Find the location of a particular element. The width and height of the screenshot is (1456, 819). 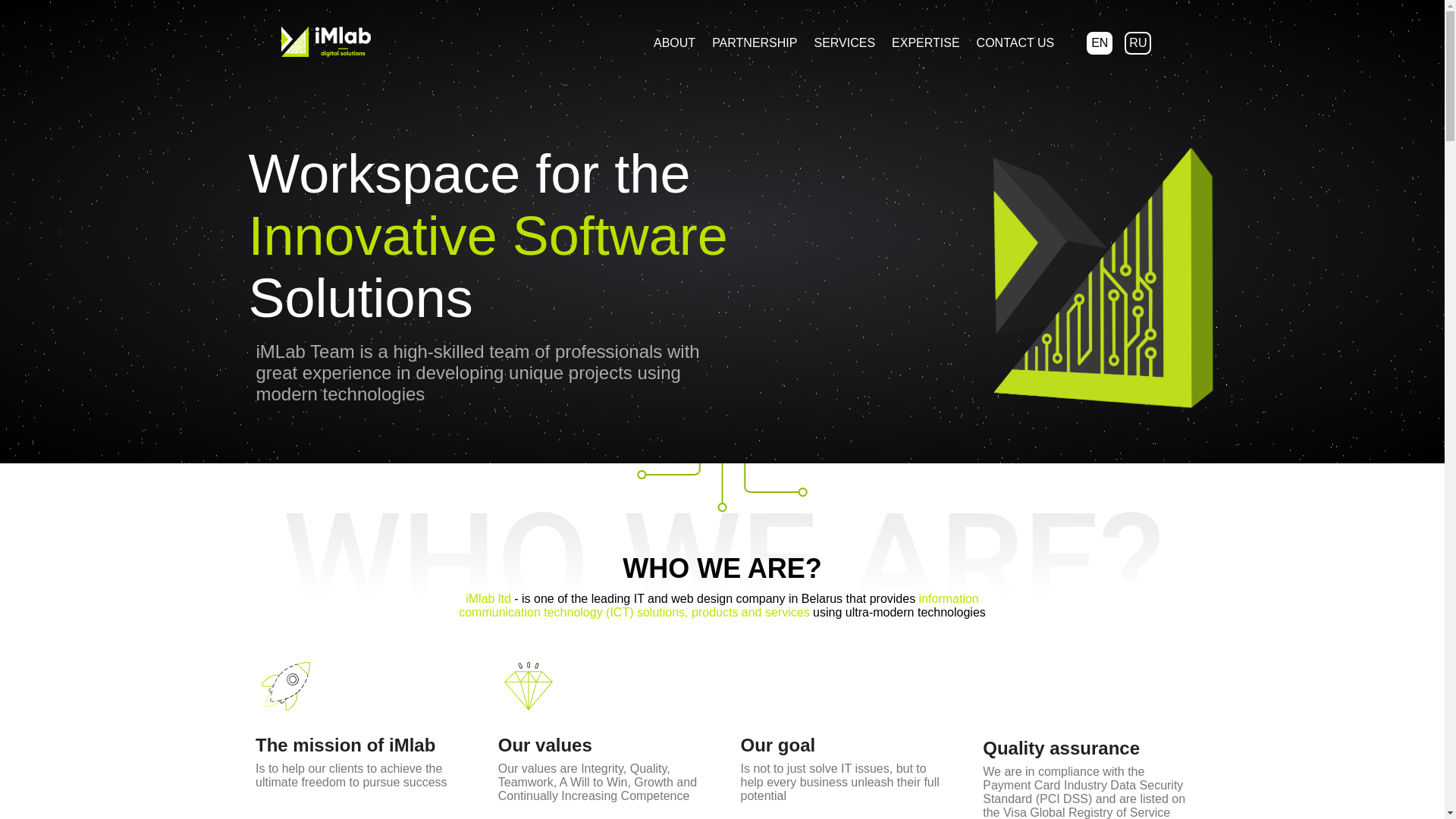

'CONTACT US' is located at coordinates (968, 42).